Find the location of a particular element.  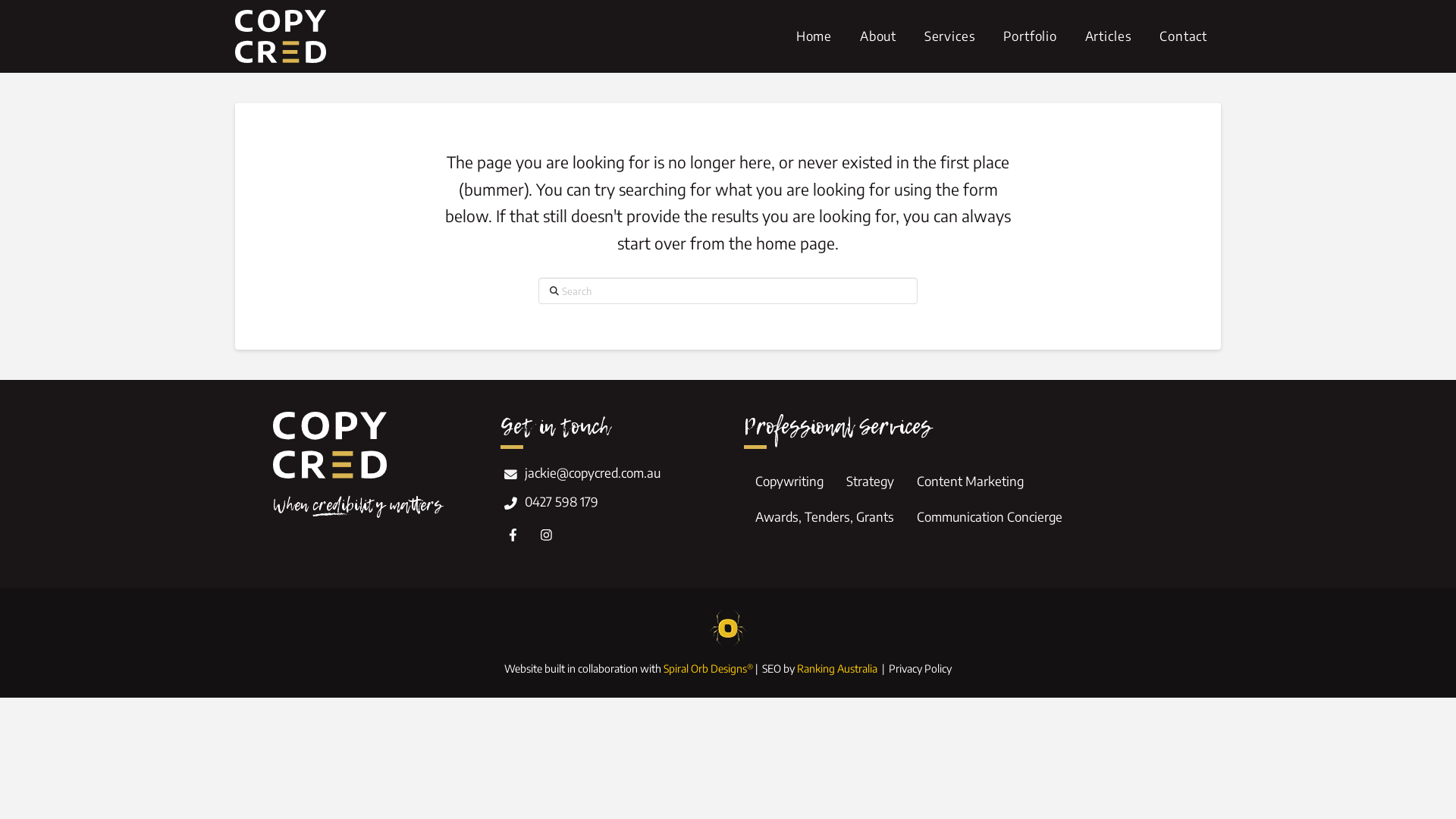

'Communication Concierge' is located at coordinates (990, 516).